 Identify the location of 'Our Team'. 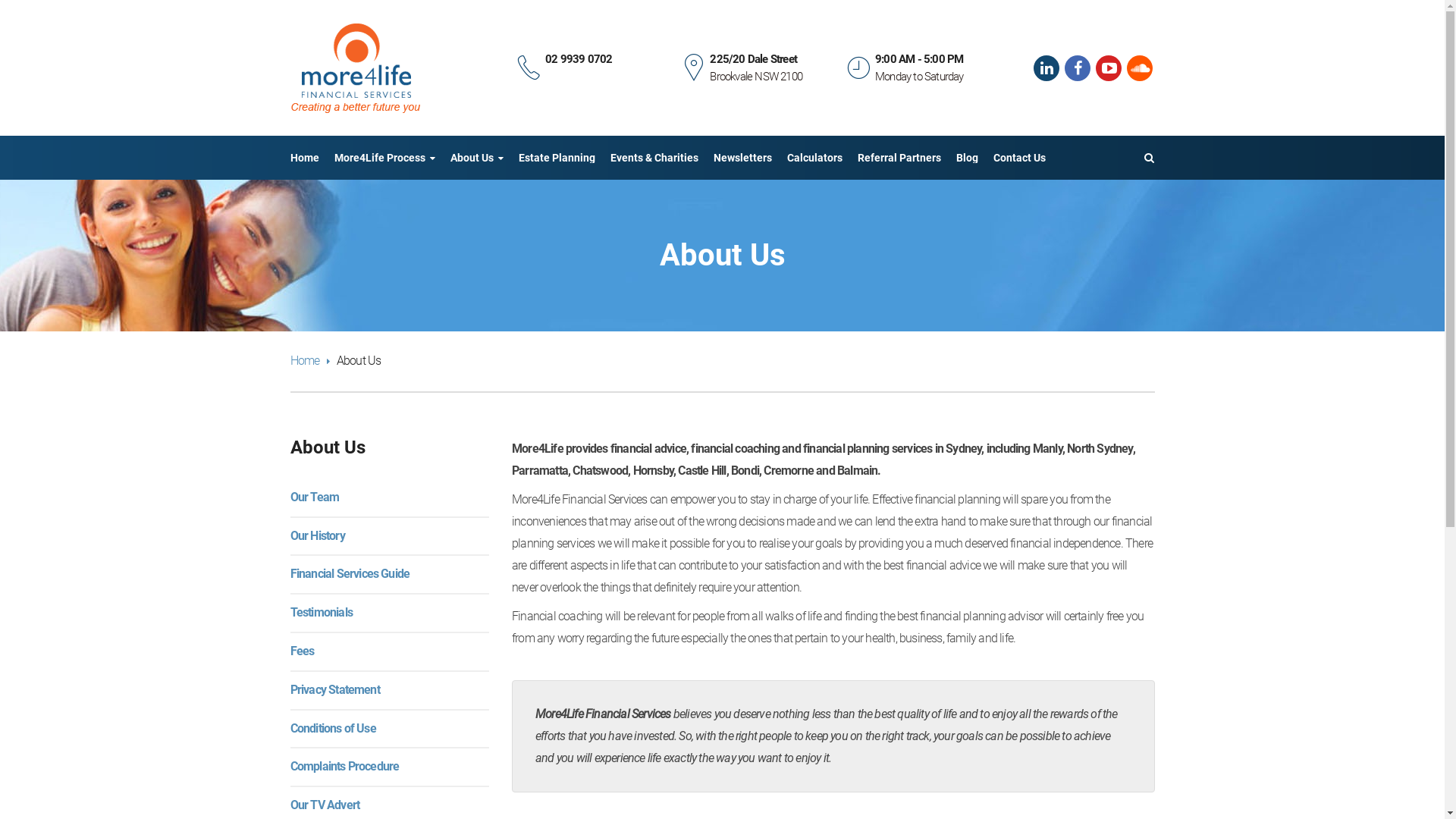
(313, 497).